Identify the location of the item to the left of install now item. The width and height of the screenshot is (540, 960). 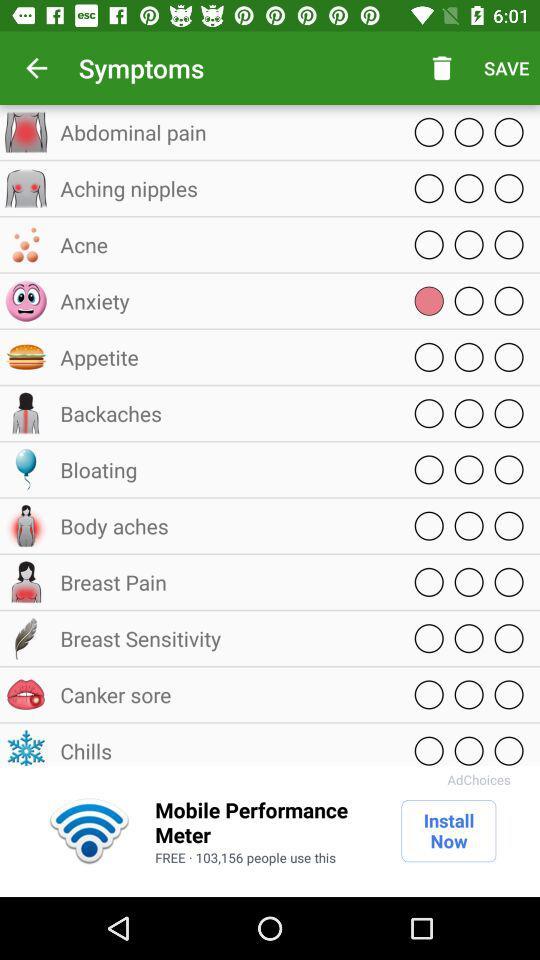
(268, 822).